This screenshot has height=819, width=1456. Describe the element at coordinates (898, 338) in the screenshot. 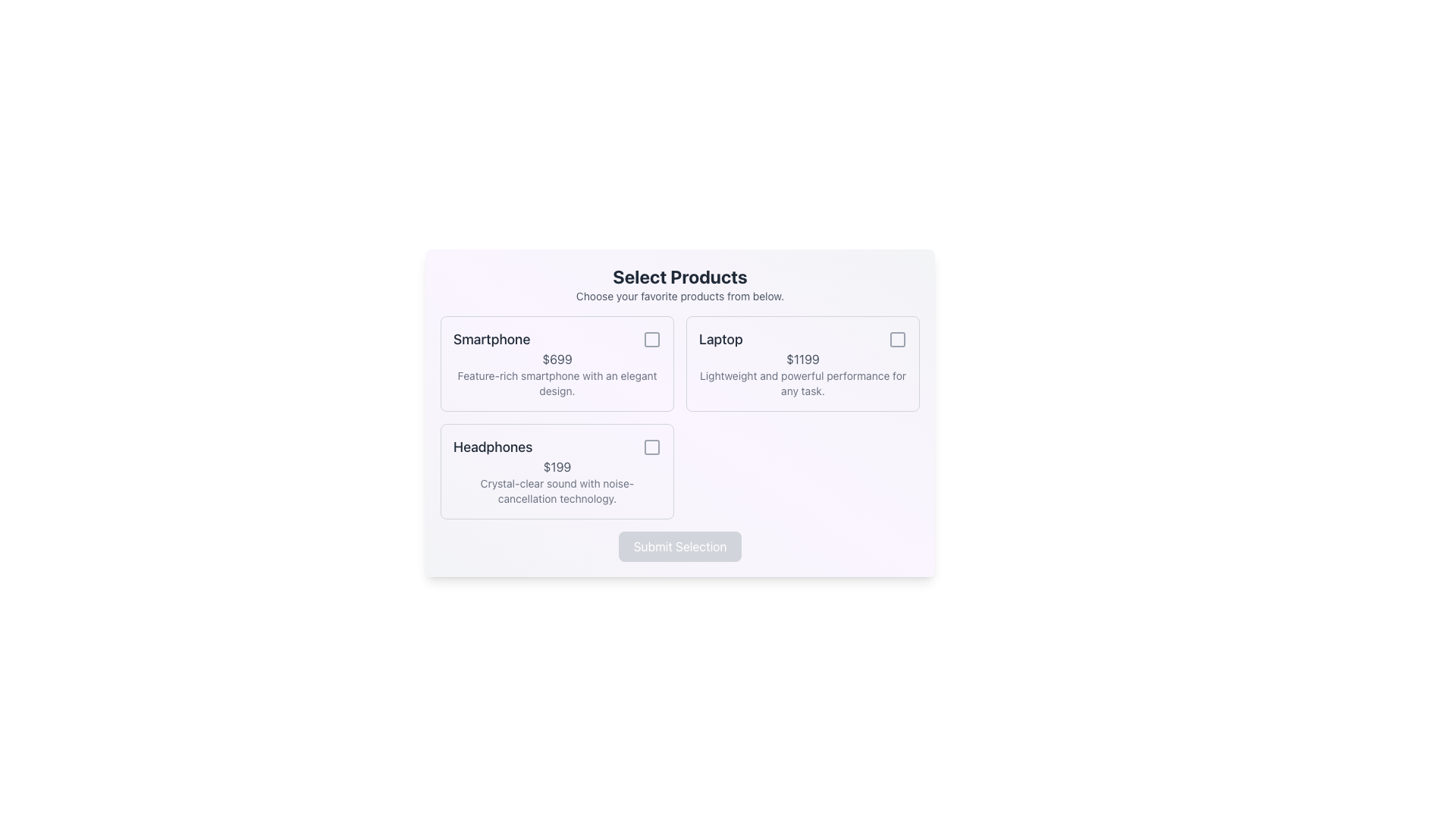

I see `the interactive checkbox for the 'Laptop' product entry, which is visually indicated by a hollow square in the top-right corner of the checkbox component` at that location.